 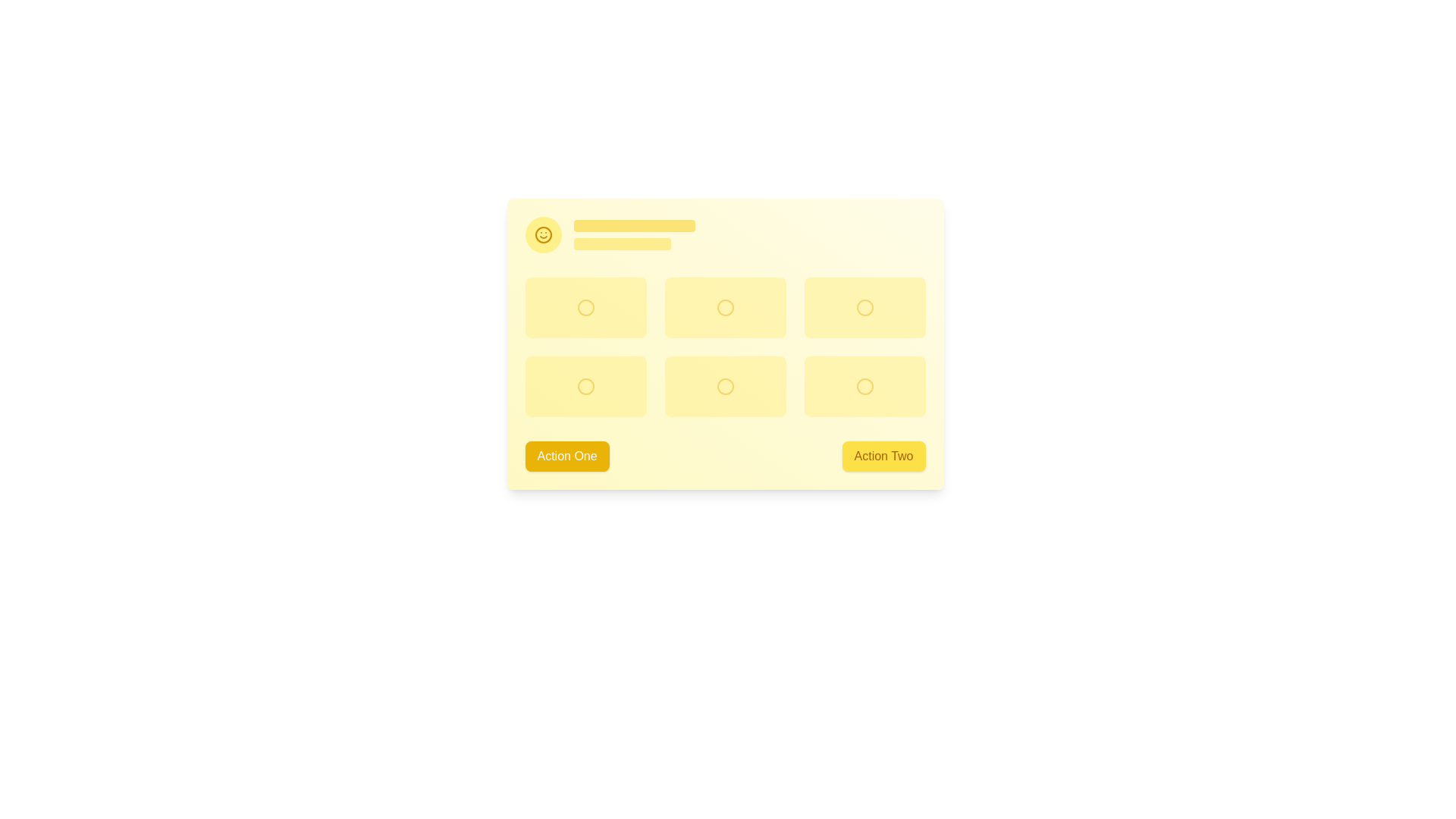 What do you see at coordinates (864, 385) in the screenshot?
I see `the circular SVG graphic with a hollow center, styled with yellow color, located in the bottom-right corner of the interactive grid layout` at bounding box center [864, 385].